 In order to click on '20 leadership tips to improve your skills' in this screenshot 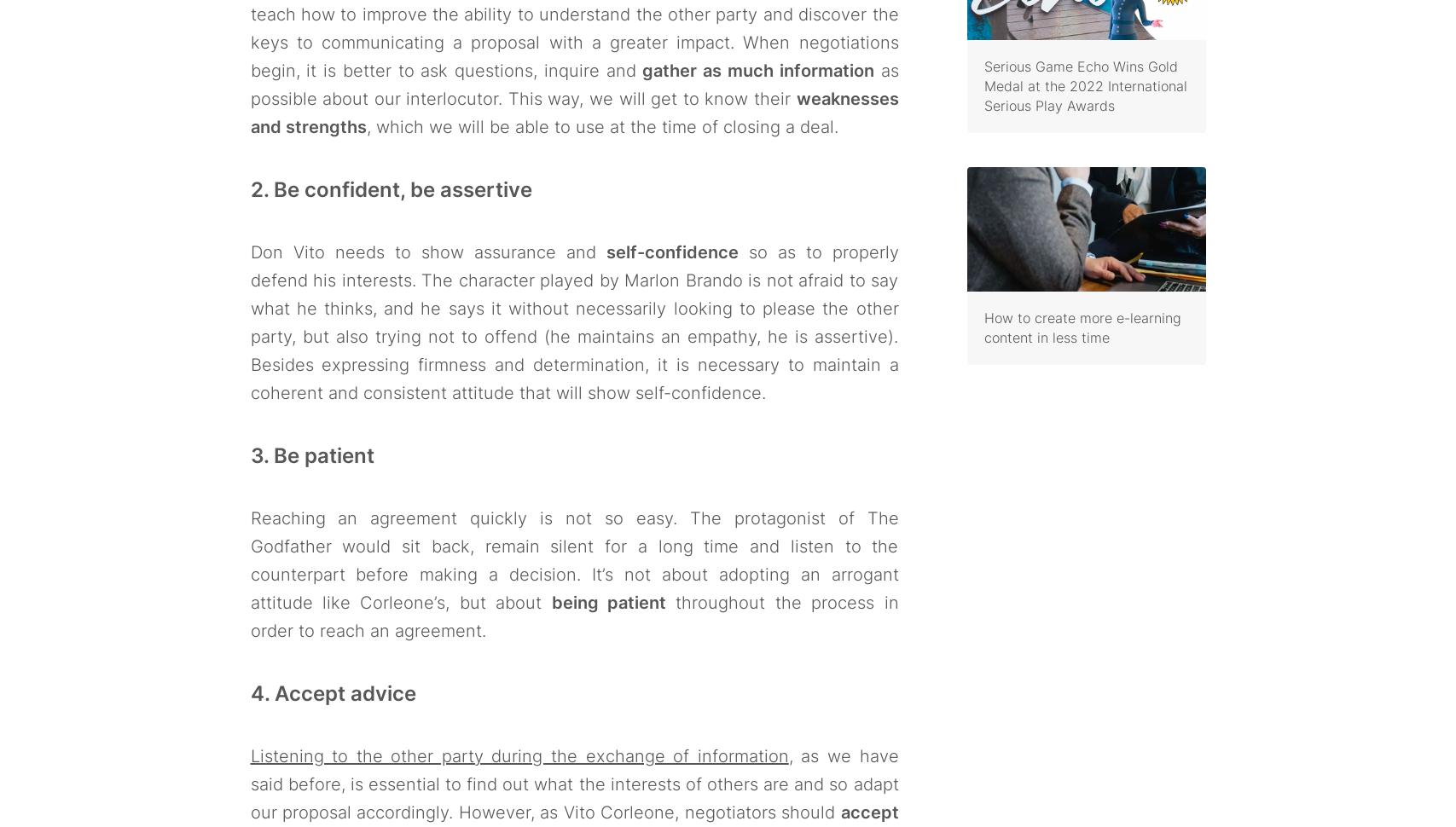, I will do `click(1077, 62)`.